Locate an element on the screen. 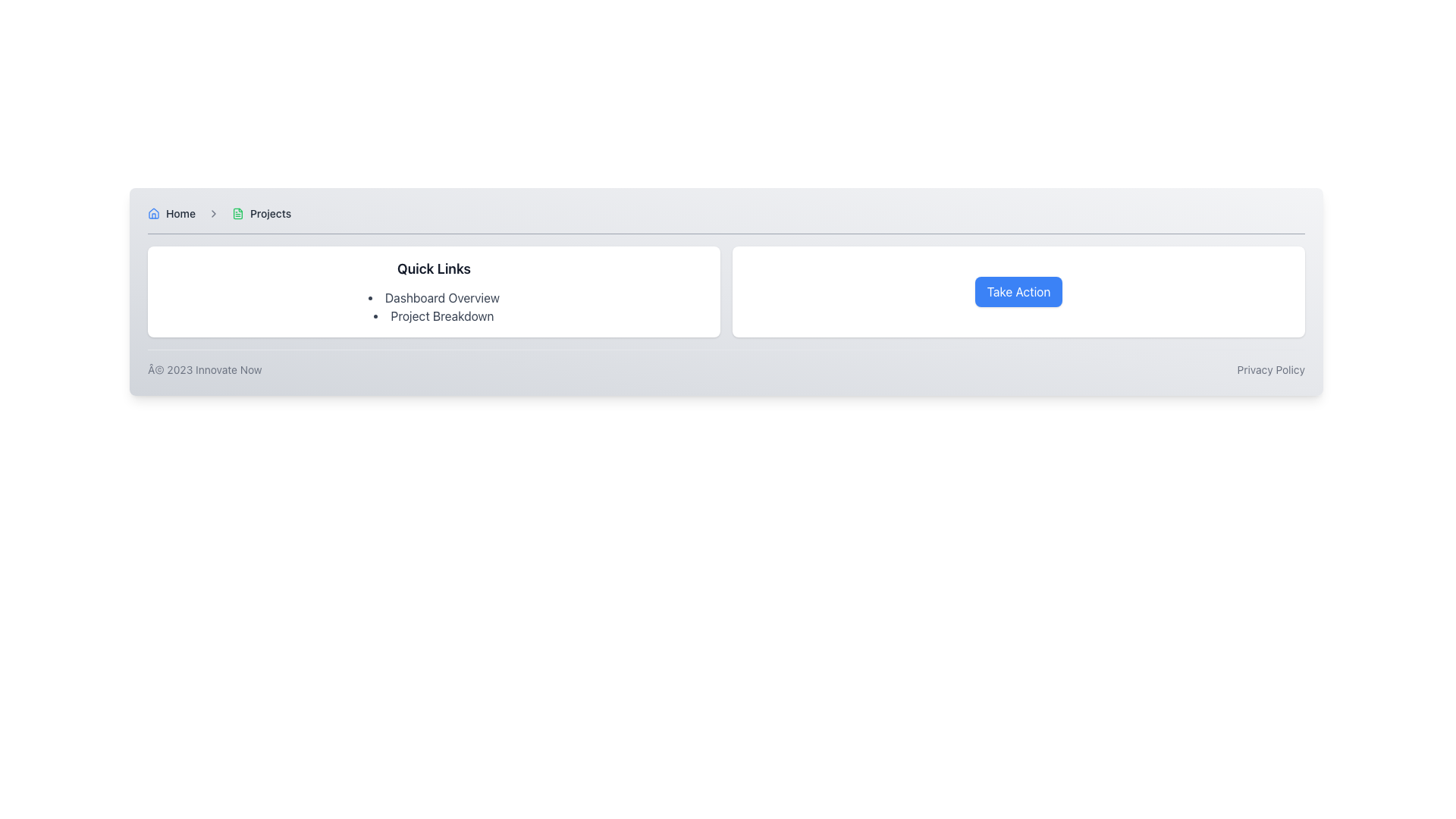 The height and width of the screenshot is (819, 1456). static text element displaying '© 2023 Innovate Now' located at the bottom-left corner of the interface is located at coordinates (204, 370).